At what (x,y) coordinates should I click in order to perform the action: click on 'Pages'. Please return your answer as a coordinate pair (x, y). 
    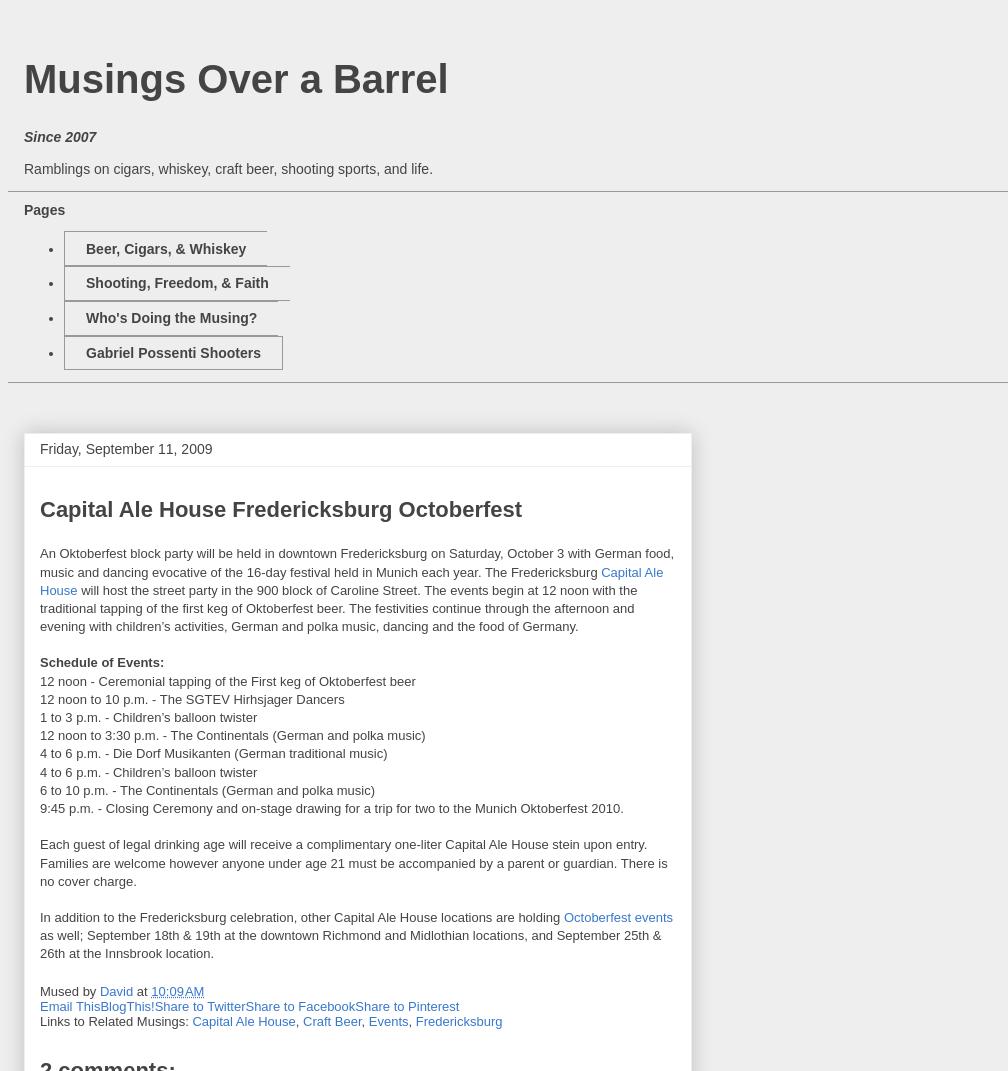
    Looking at the image, I should click on (44, 209).